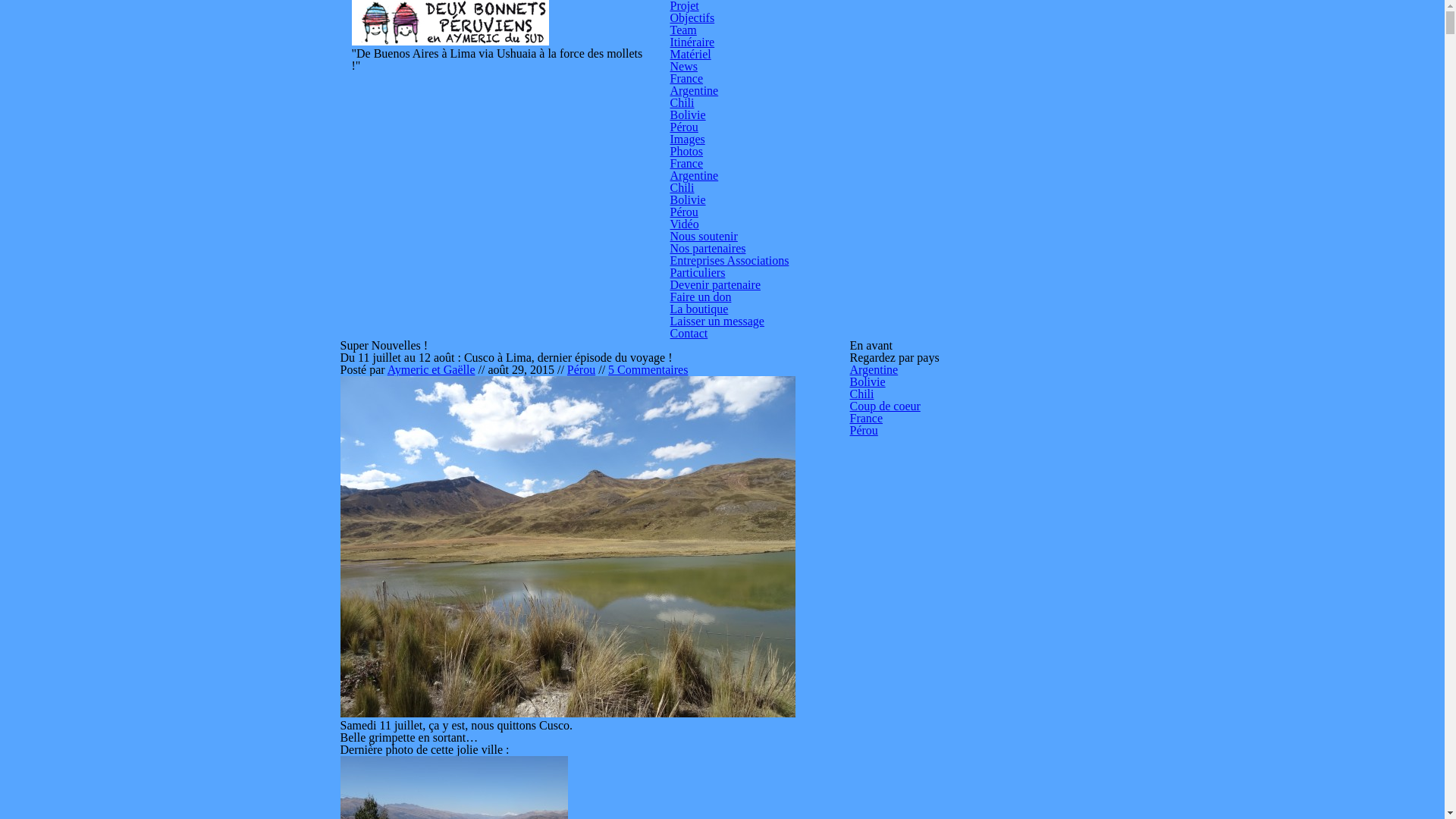 The height and width of the screenshot is (819, 1456). Describe the element at coordinates (716, 320) in the screenshot. I see `'Laisser un message'` at that location.